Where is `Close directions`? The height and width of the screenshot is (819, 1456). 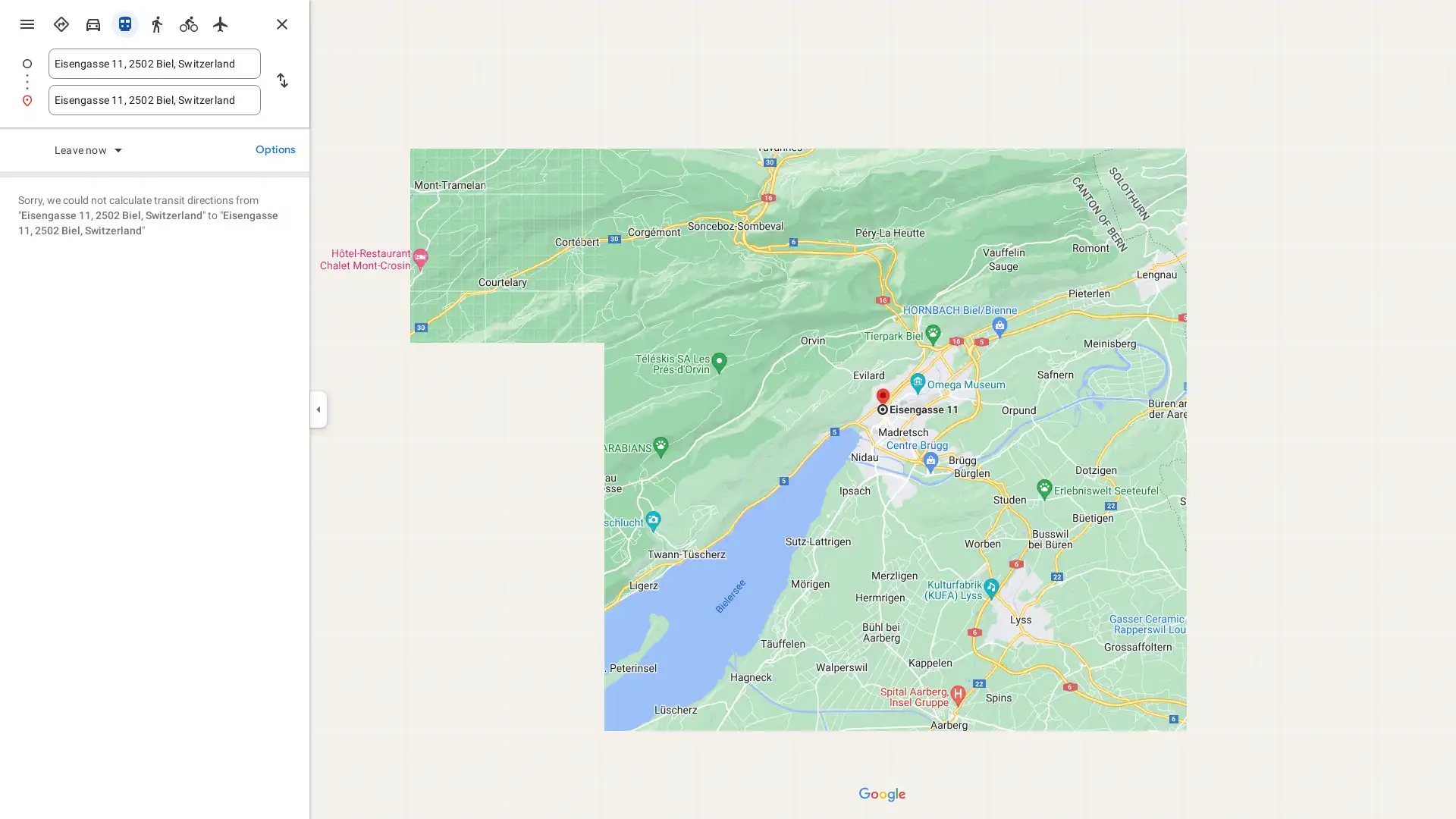
Close directions is located at coordinates (284, 24).